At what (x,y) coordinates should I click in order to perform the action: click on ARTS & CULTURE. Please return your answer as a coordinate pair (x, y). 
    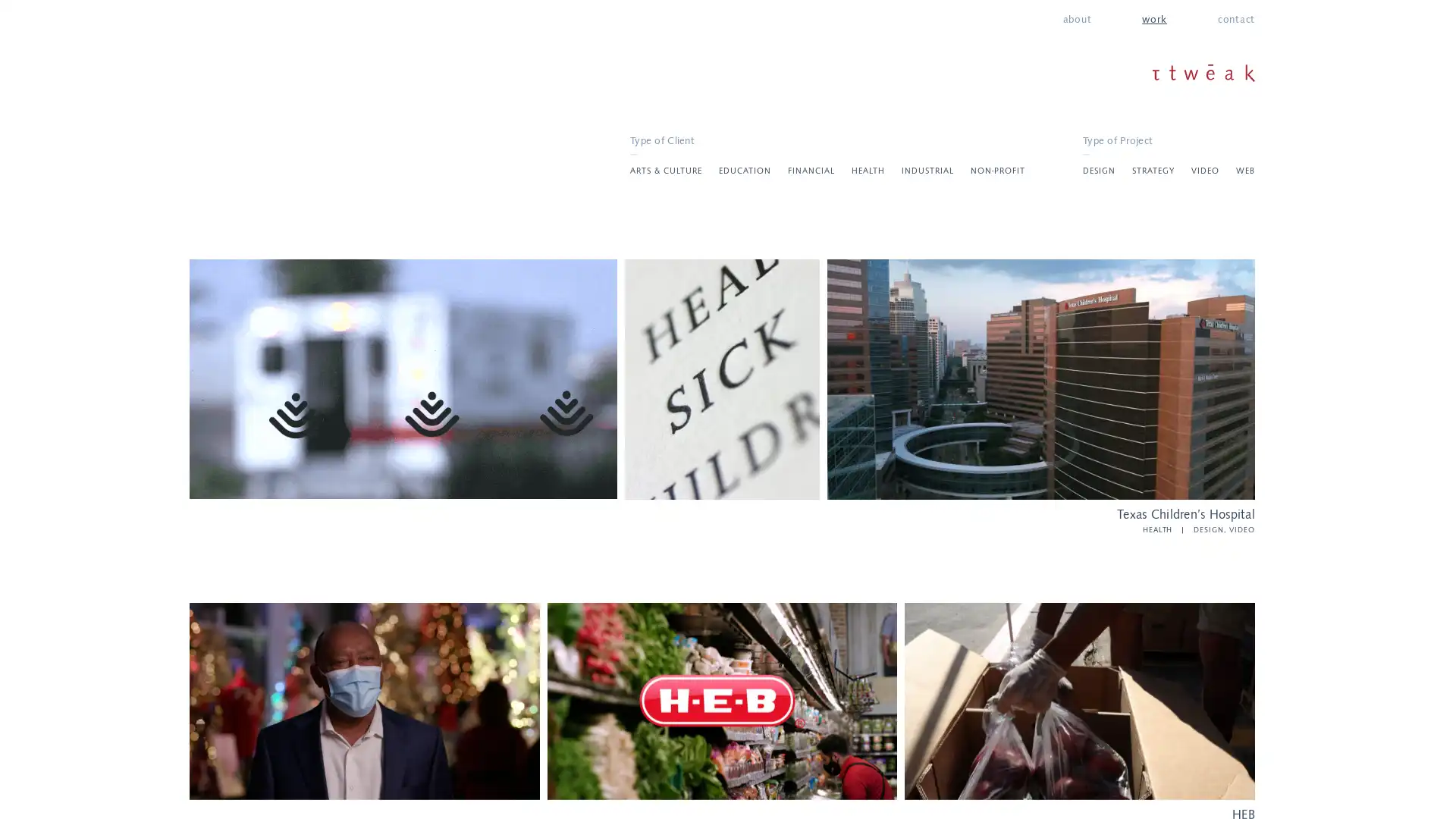
    Looking at the image, I should click on (666, 171).